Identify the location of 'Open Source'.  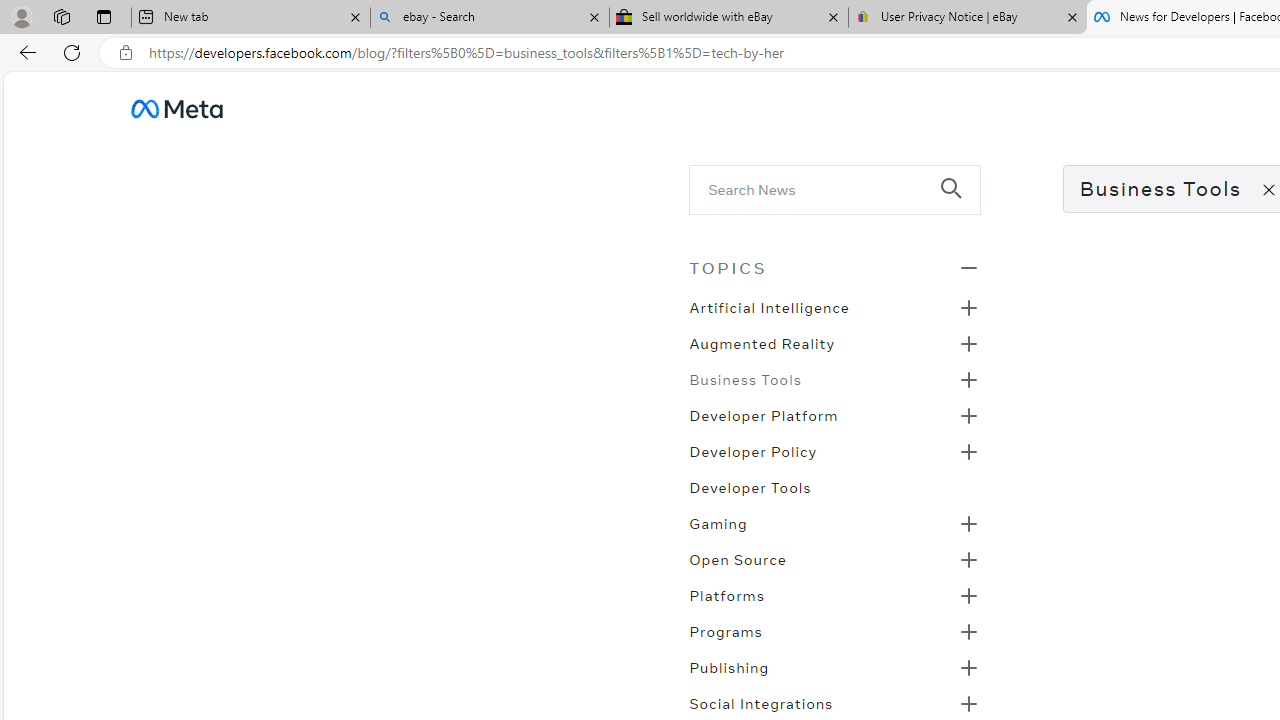
(736, 558).